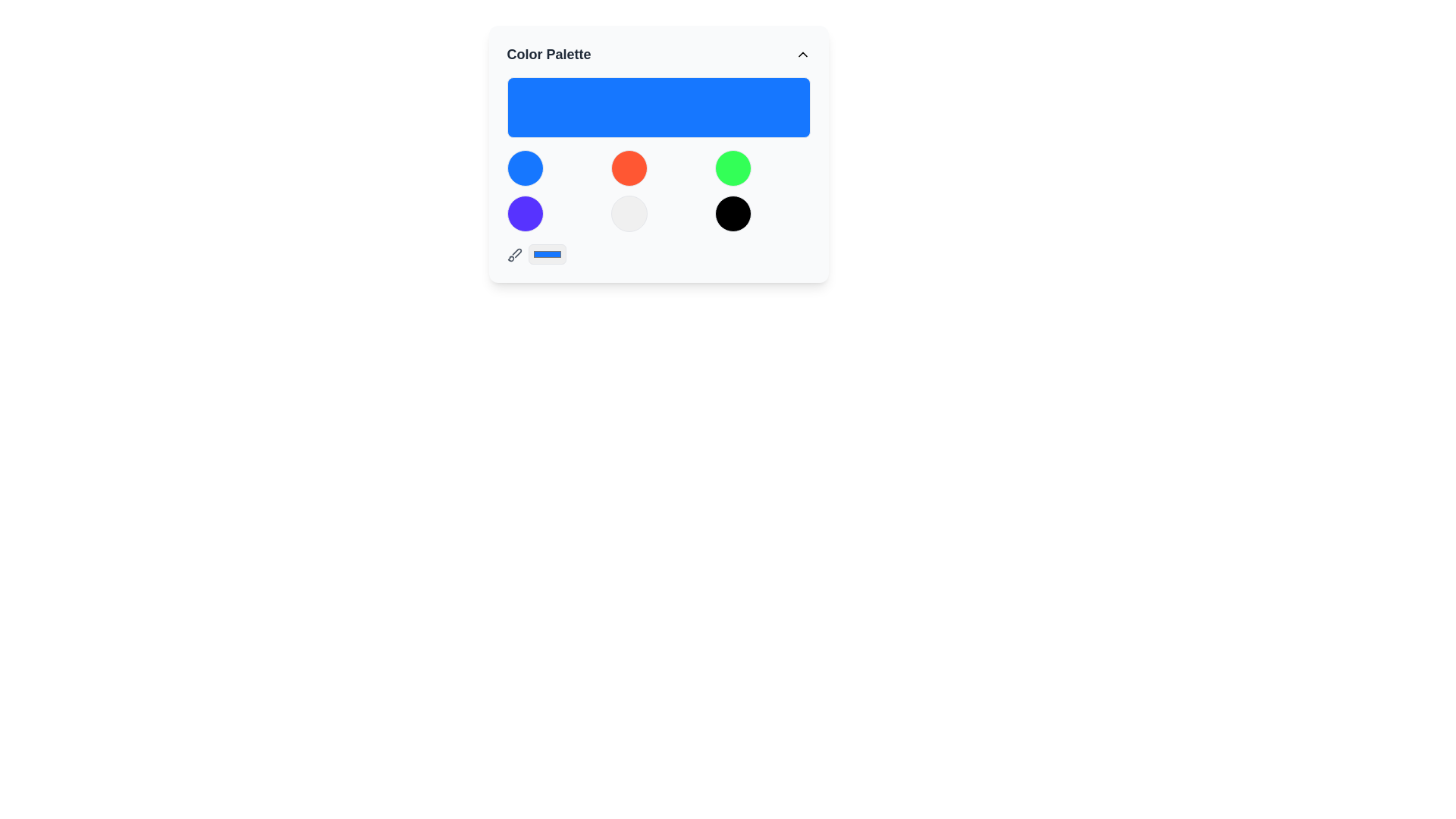  Describe the element at coordinates (591, 107) in the screenshot. I see `the value of the slider` at that location.